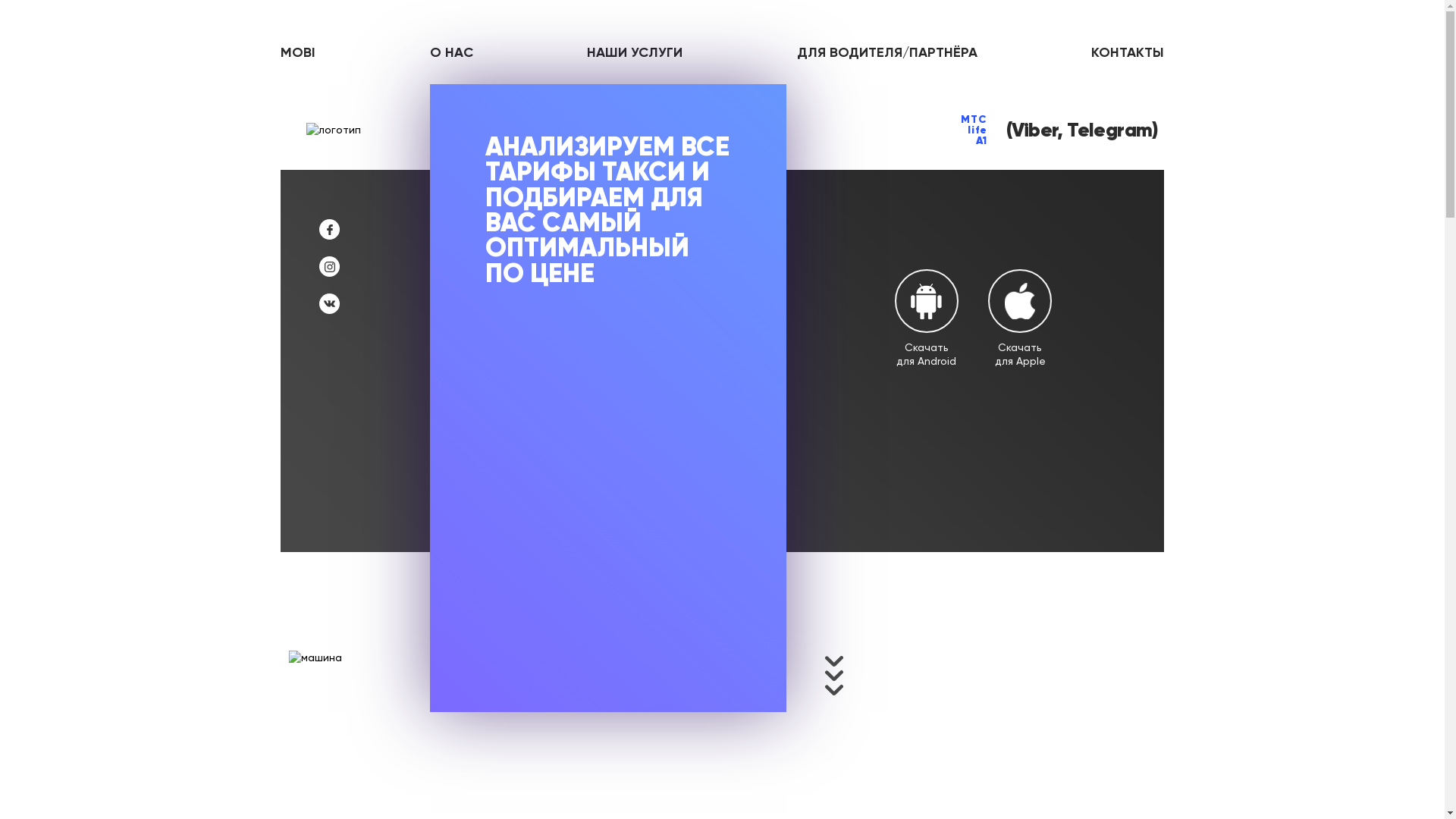  Describe the element at coordinates (298, 52) in the screenshot. I see `'MOBI'` at that location.